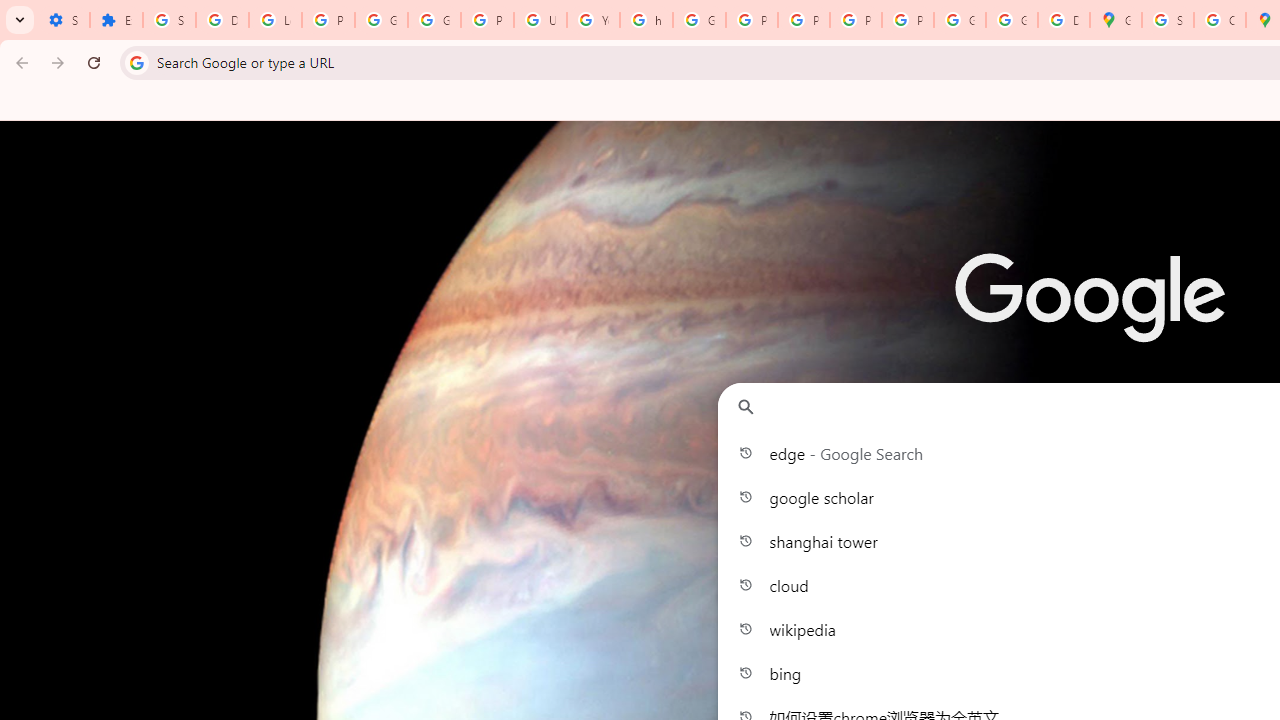 The width and height of the screenshot is (1280, 720). Describe the element at coordinates (381, 20) in the screenshot. I see `'Google Account Help'` at that location.